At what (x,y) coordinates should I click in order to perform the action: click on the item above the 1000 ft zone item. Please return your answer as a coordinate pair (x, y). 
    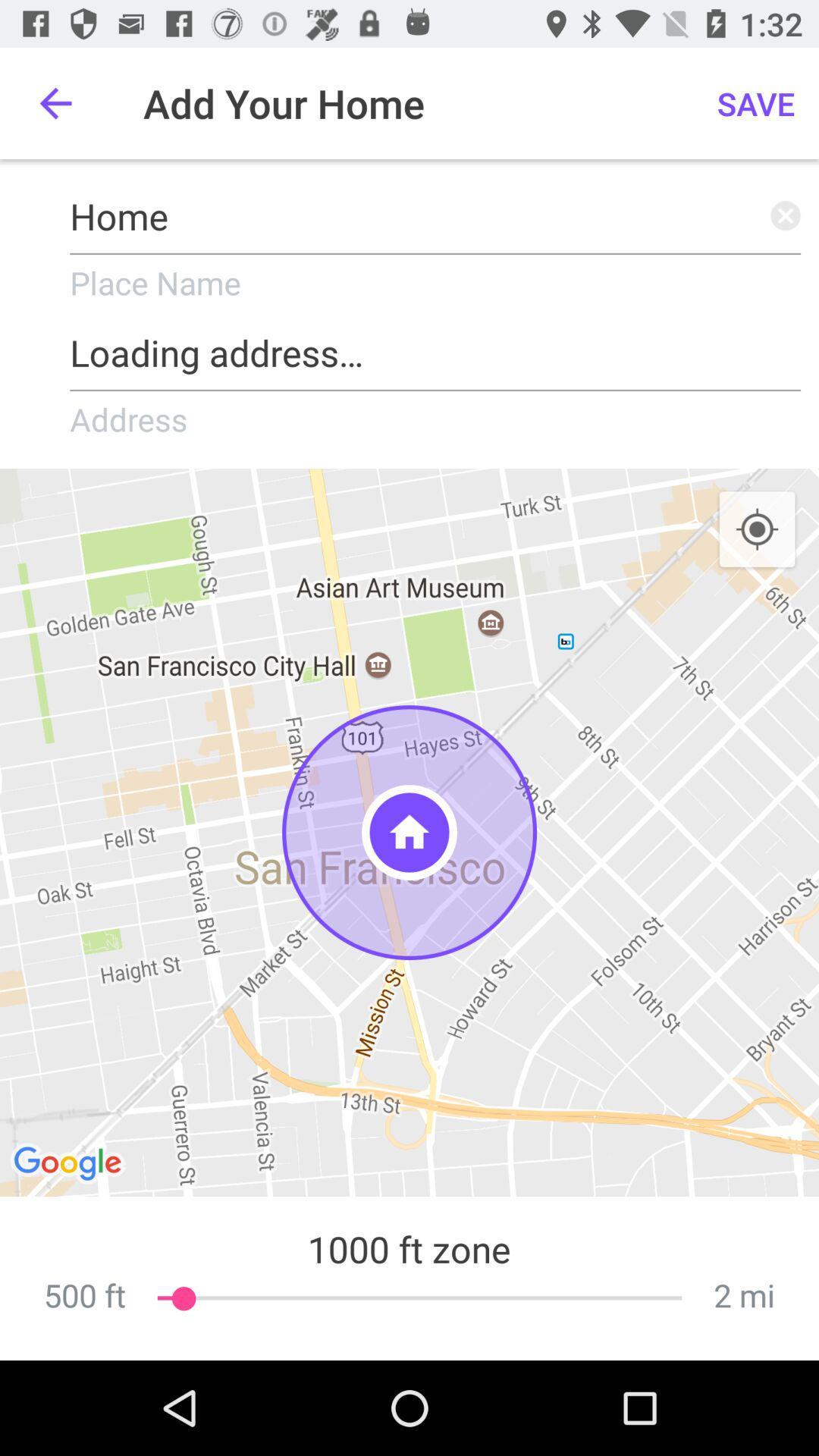
    Looking at the image, I should click on (409, 832).